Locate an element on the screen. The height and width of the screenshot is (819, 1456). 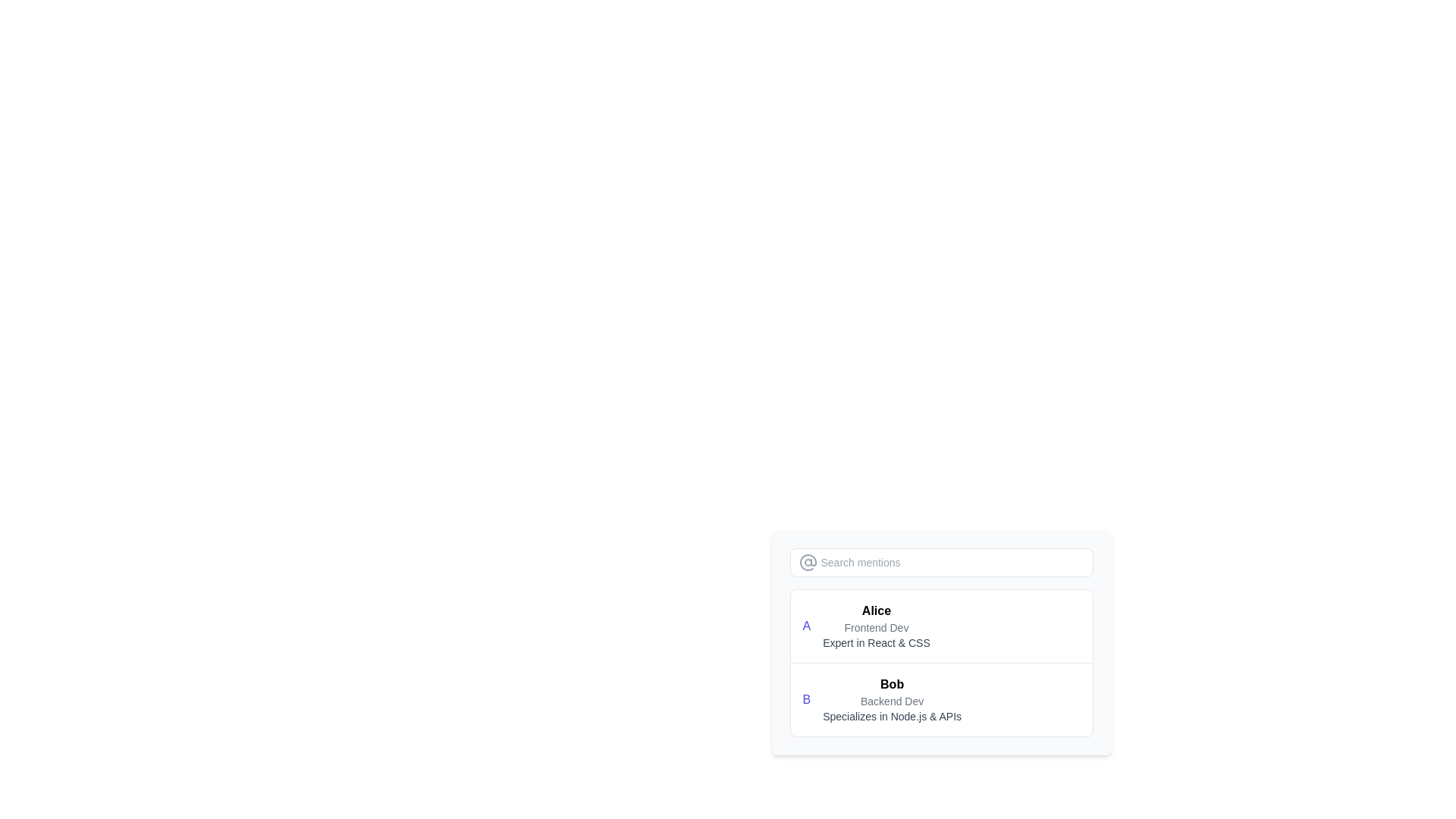
the Profile summary card for user 'Bob', which contains details about their role as 'Backend Dev' and specialization in 'Node.js & APIs' is located at coordinates (940, 699).